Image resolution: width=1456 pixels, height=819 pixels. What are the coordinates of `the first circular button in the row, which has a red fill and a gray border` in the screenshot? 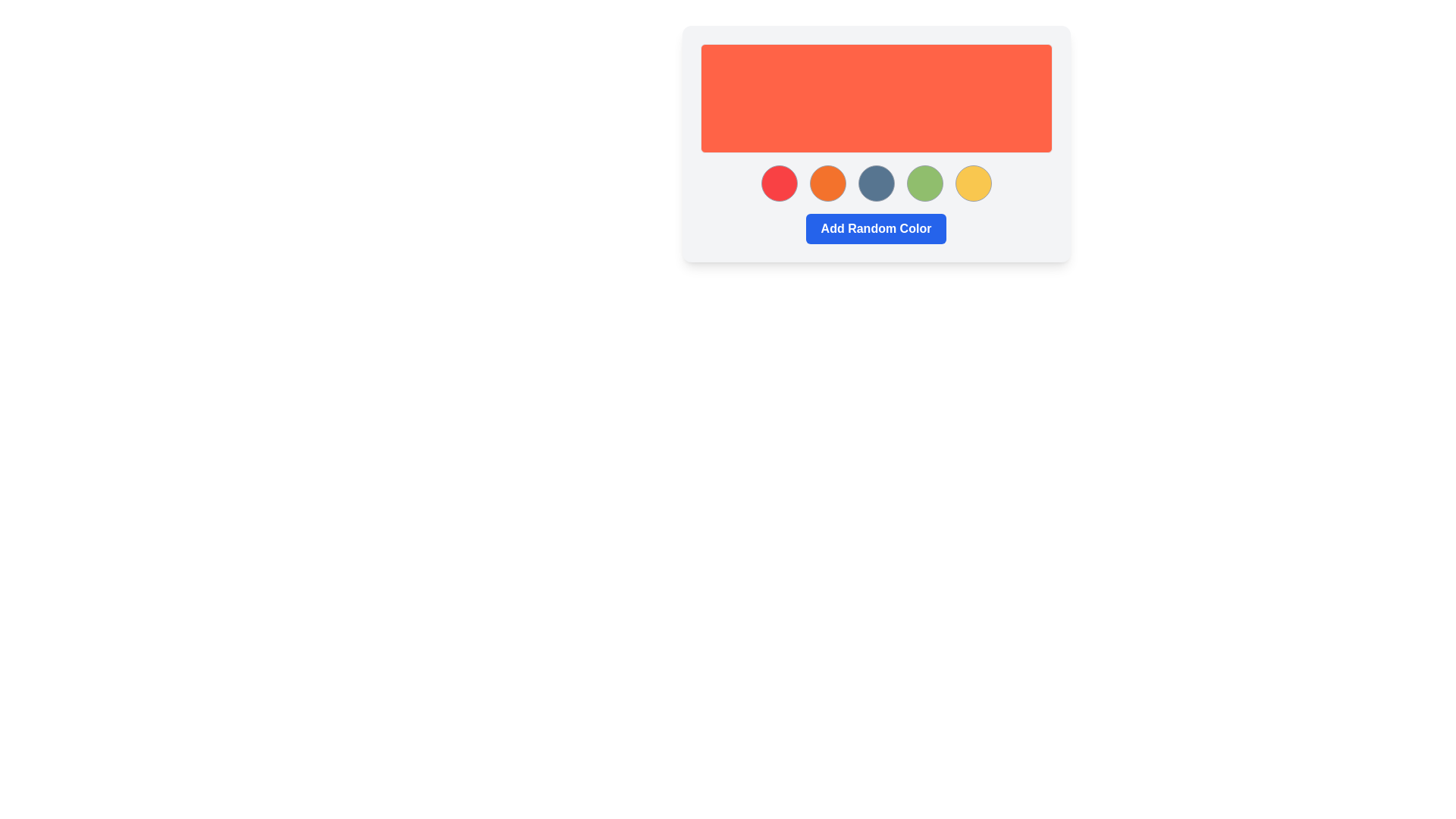 It's located at (779, 183).